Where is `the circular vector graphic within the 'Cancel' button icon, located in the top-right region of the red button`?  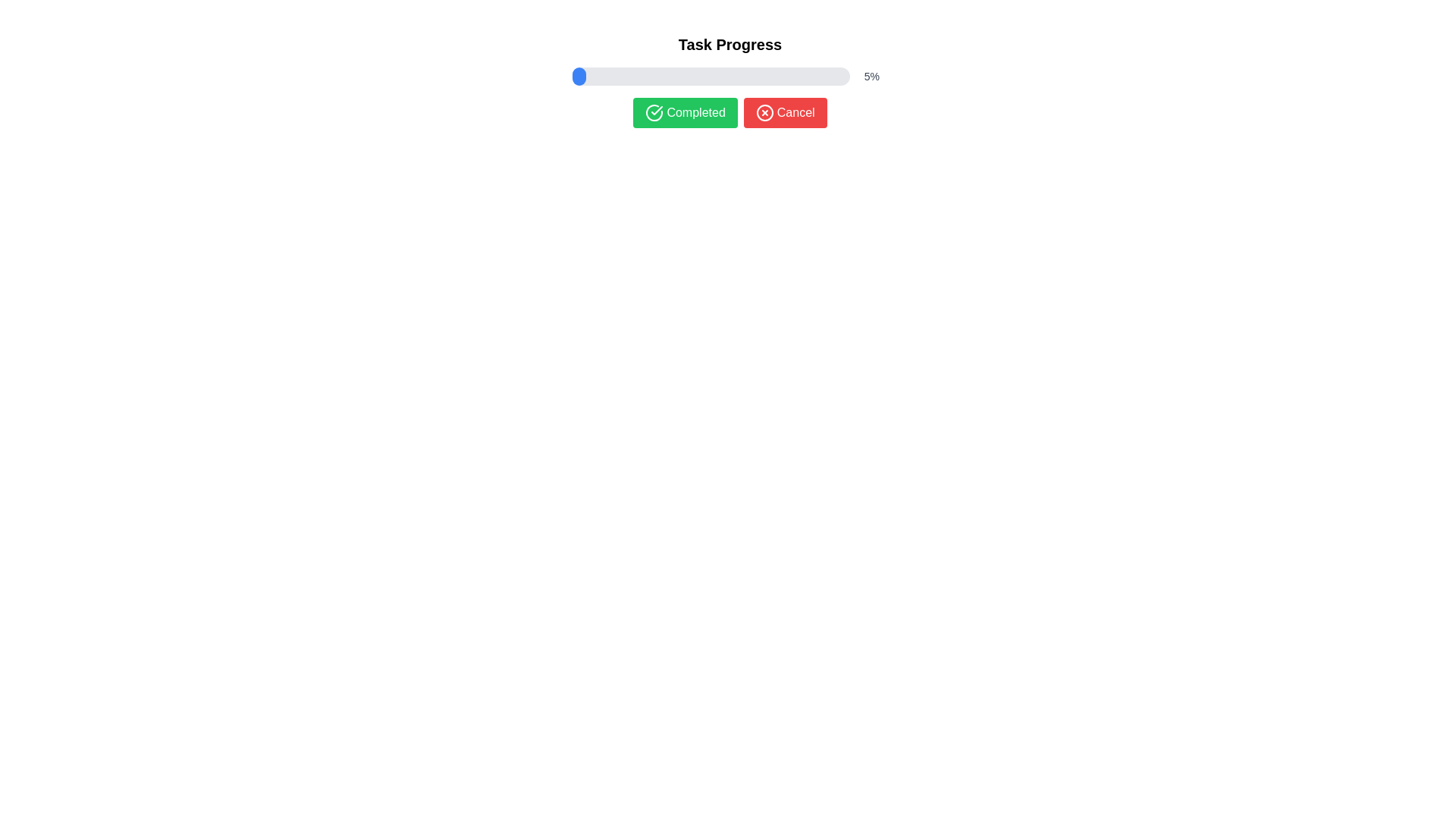 the circular vector graphic within the 'Cancel' button icon, located in the top-right region of the red button is located at coordinates (764, 112).